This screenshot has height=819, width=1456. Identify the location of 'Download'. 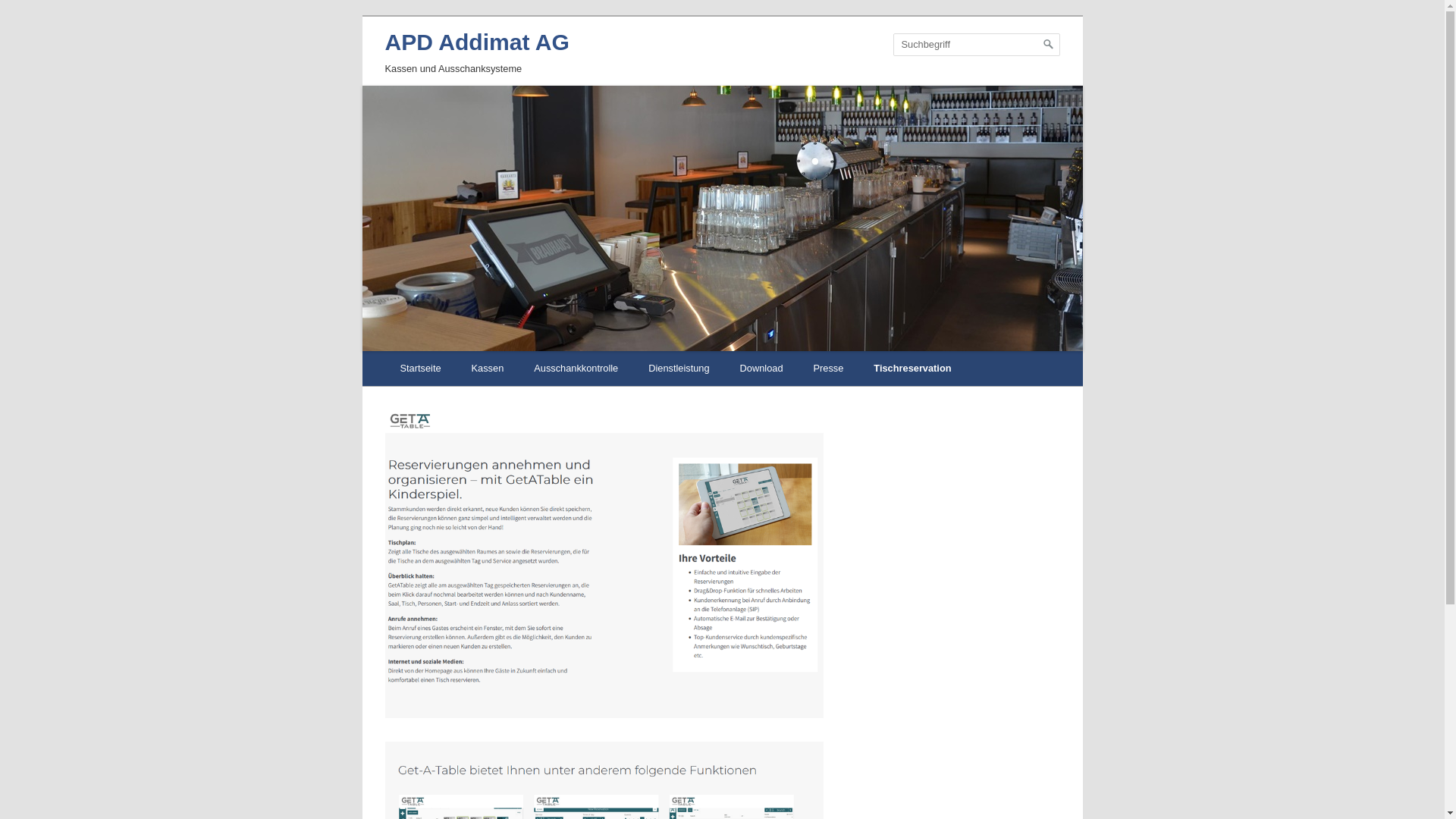
(761, 369).